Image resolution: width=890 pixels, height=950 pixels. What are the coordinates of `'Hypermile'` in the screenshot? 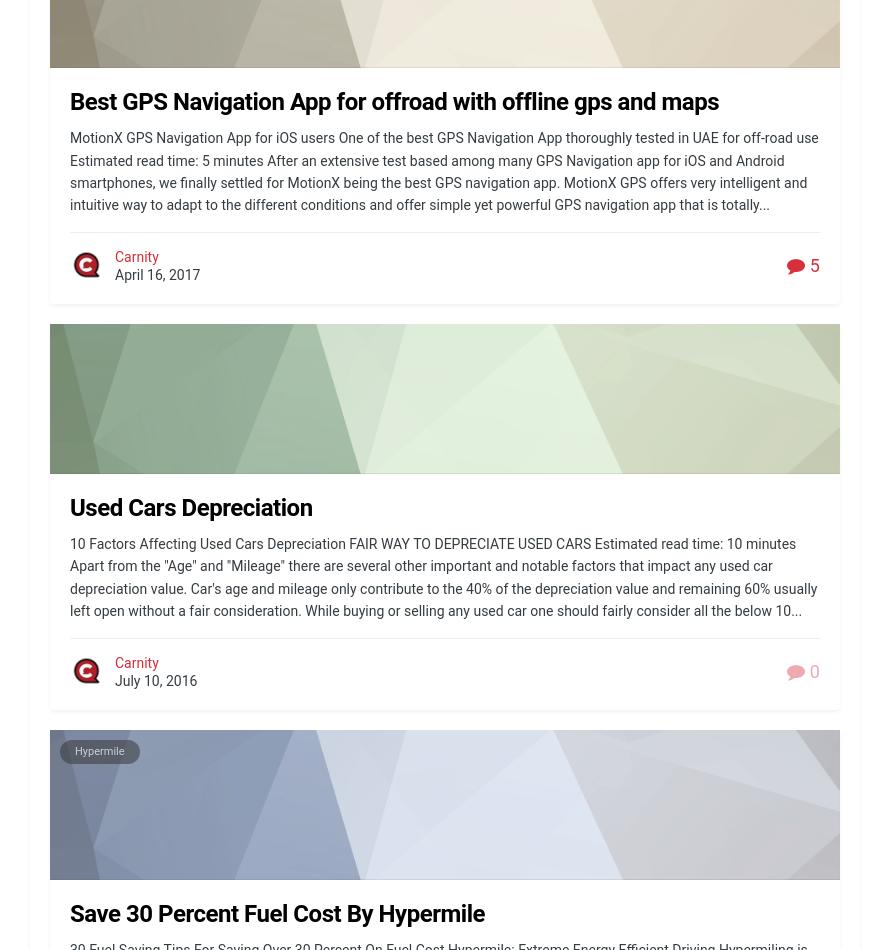 It's located at (98, 749).